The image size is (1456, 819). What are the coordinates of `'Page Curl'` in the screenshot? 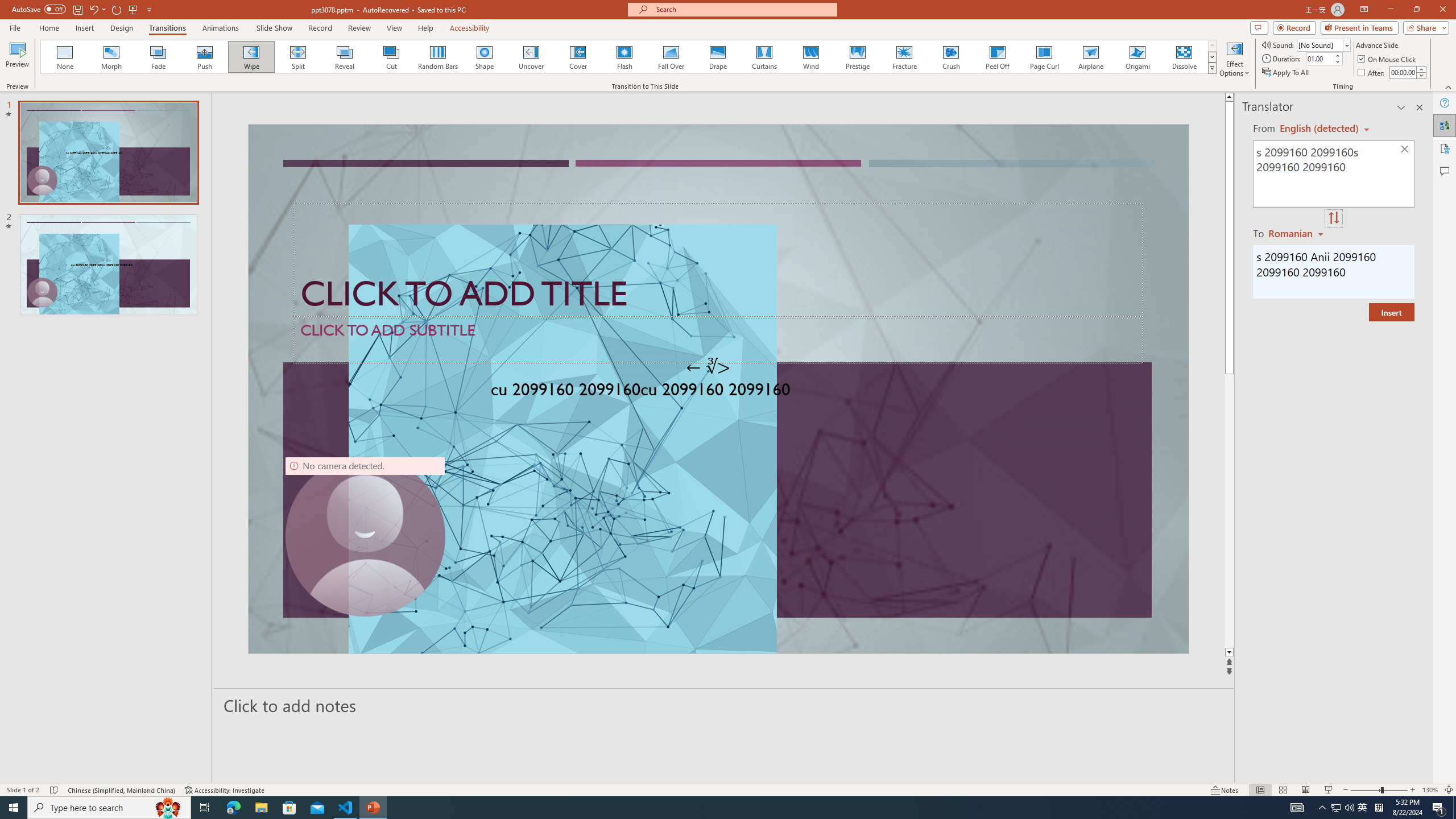 It's located at (1043, 56).